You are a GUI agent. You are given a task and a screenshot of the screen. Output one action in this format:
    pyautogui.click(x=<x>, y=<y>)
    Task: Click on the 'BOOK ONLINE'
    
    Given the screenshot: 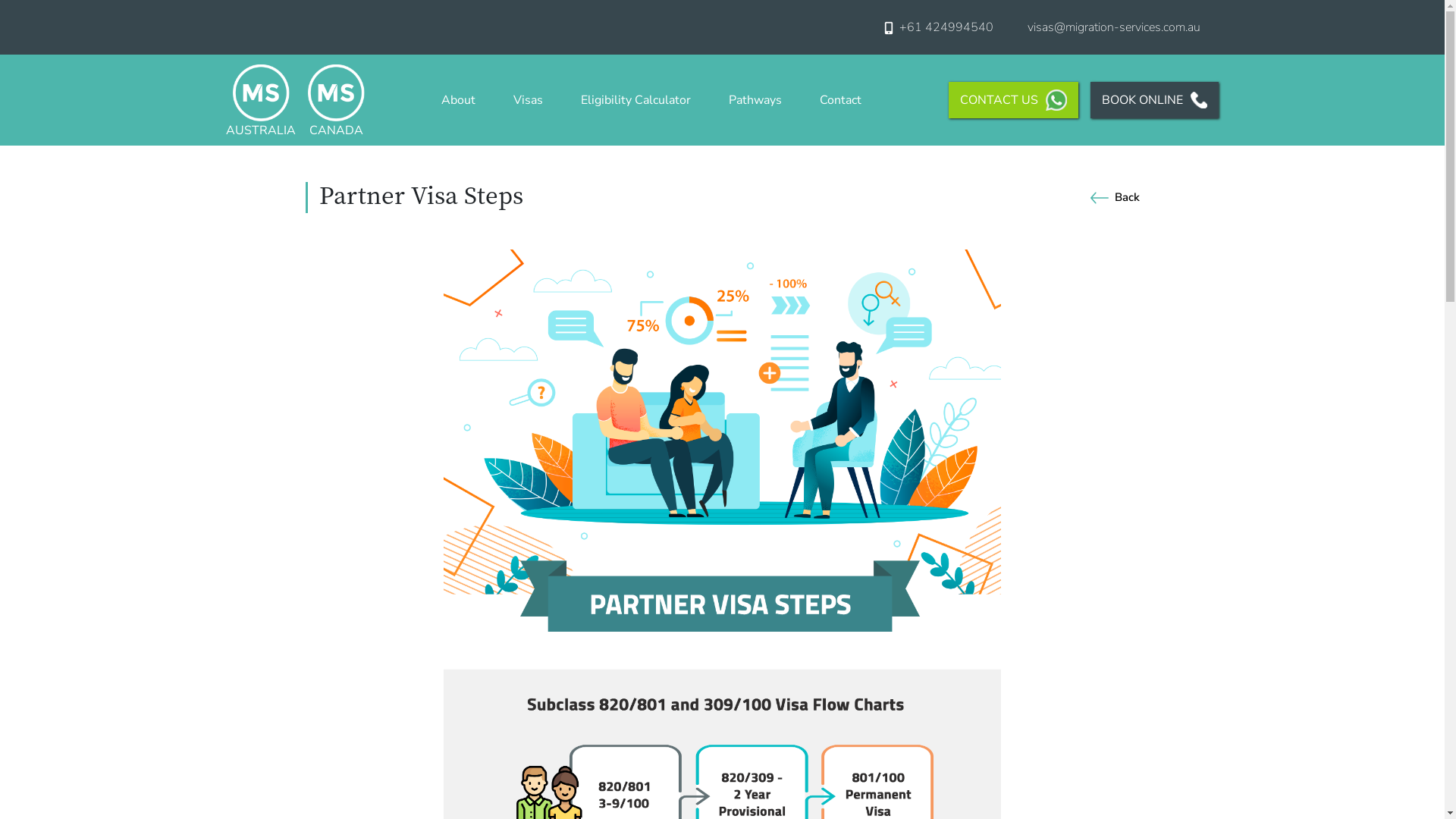 What is the action you would take?
    pyautogui.click(x=1153, y=99)
    